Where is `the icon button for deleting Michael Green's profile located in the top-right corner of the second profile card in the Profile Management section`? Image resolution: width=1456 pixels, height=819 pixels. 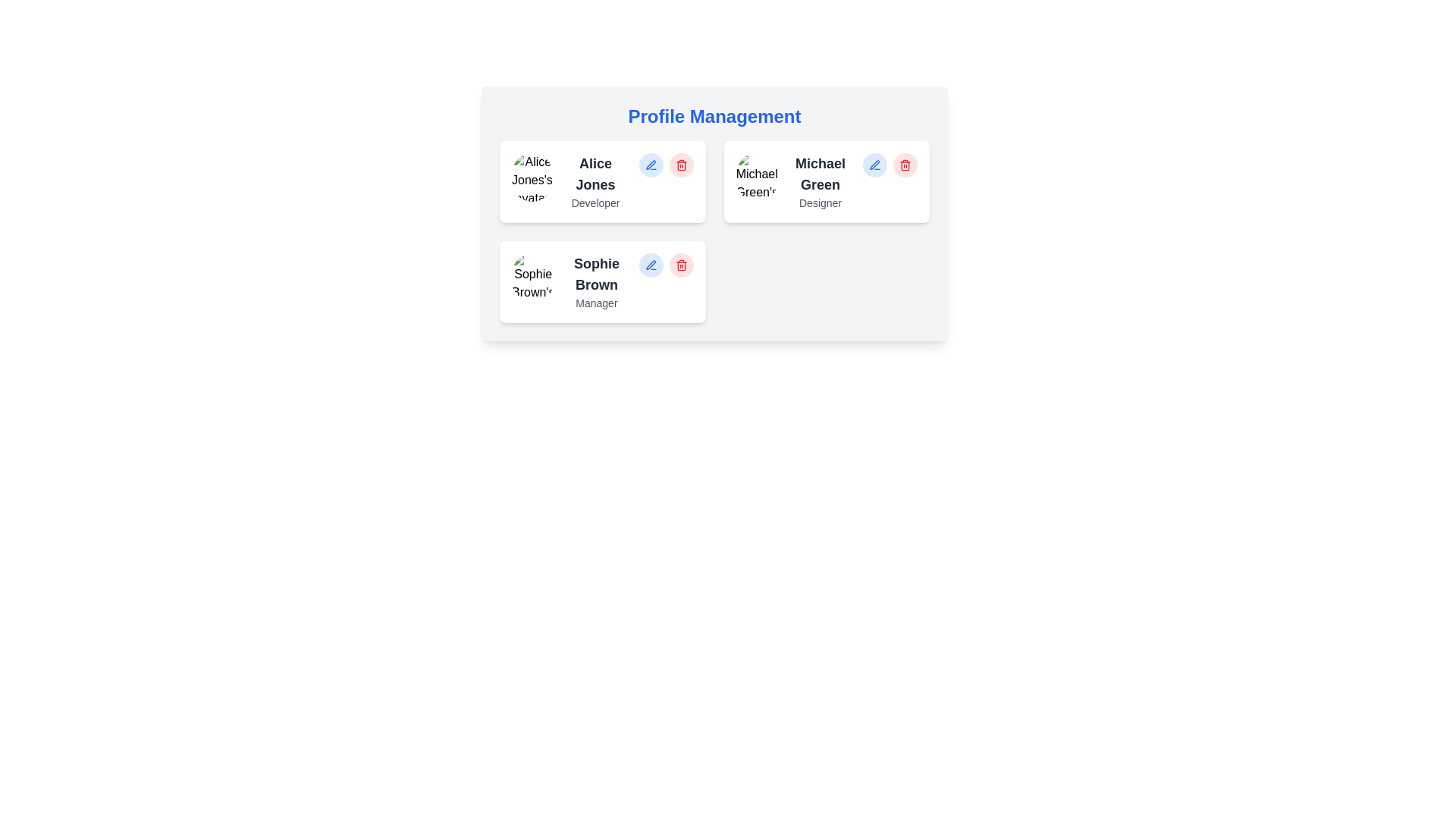 the icon button for deleting Michael Green's profile located in the top-right corner of the second profile card in the Profile Management section is located at coordinates (905, 165).